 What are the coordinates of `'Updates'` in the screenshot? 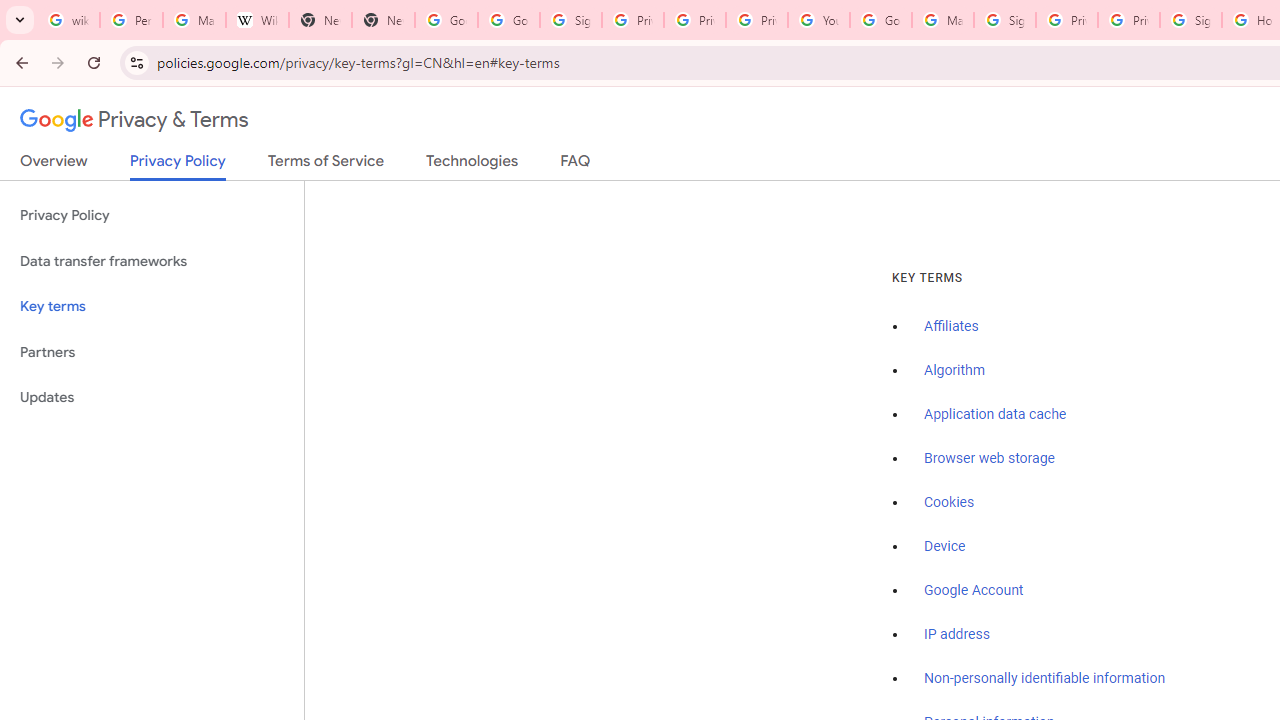 It's located at (151, 398).